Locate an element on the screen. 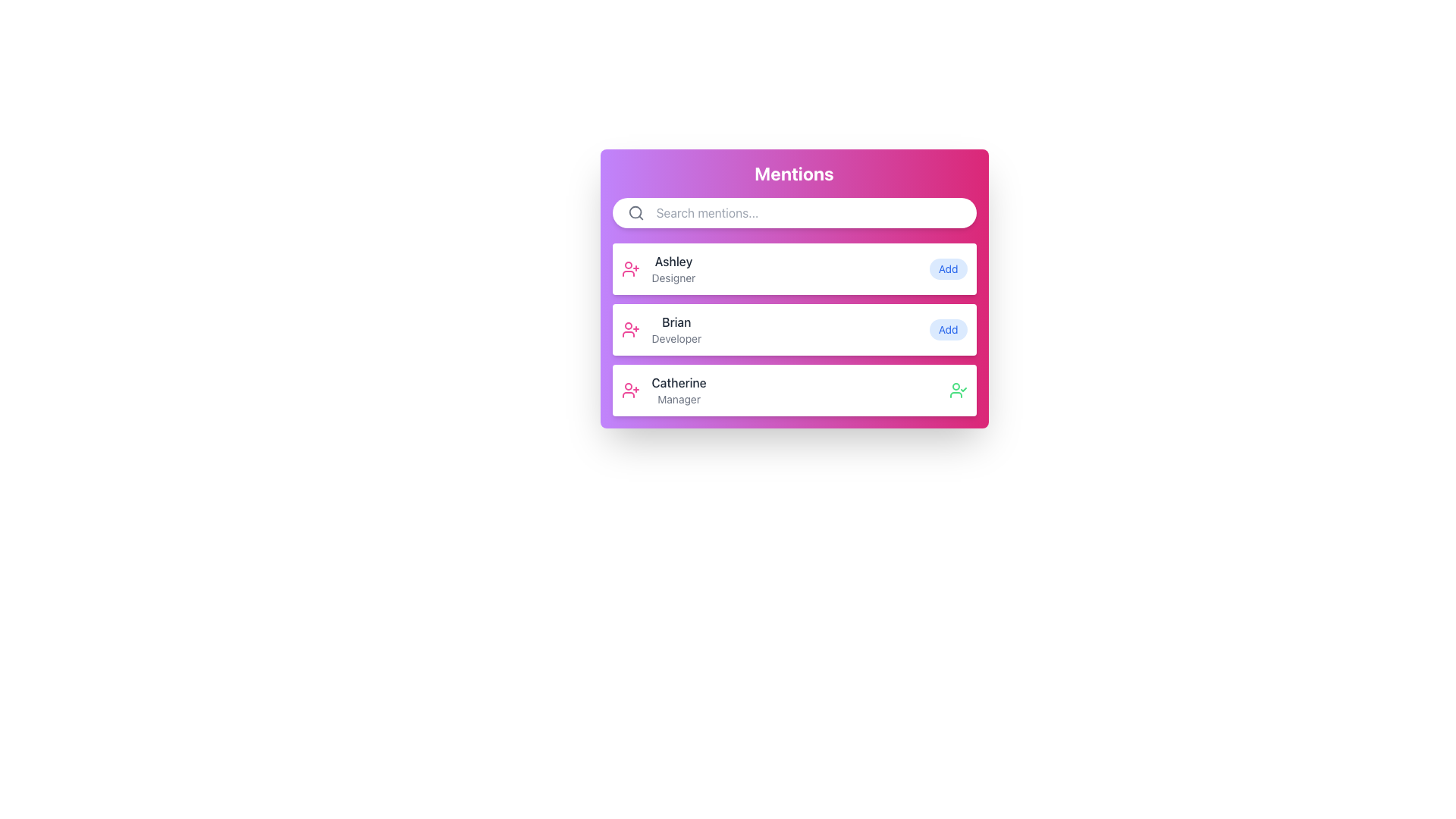  the confirmation icon representing the approval status for the user 'Catherine' is located at coordinates (957, 390).